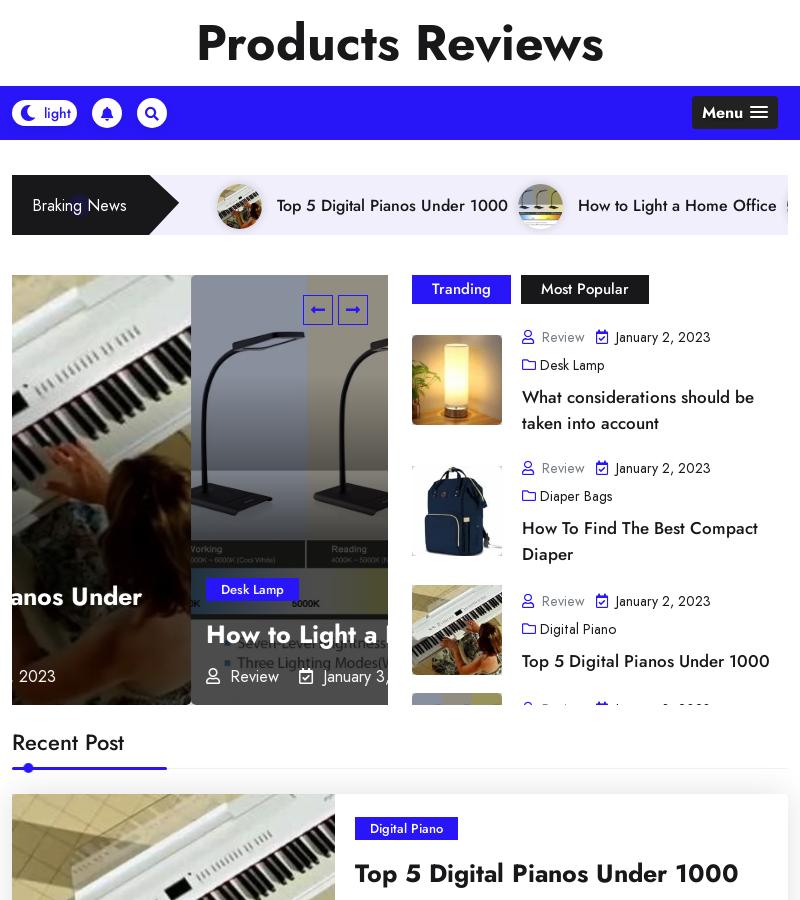 This screenshot has width=800, height=900. I want to click on 'Factors to Consider When Choosing a Diaper Bag For Boys', so click(544, 737).